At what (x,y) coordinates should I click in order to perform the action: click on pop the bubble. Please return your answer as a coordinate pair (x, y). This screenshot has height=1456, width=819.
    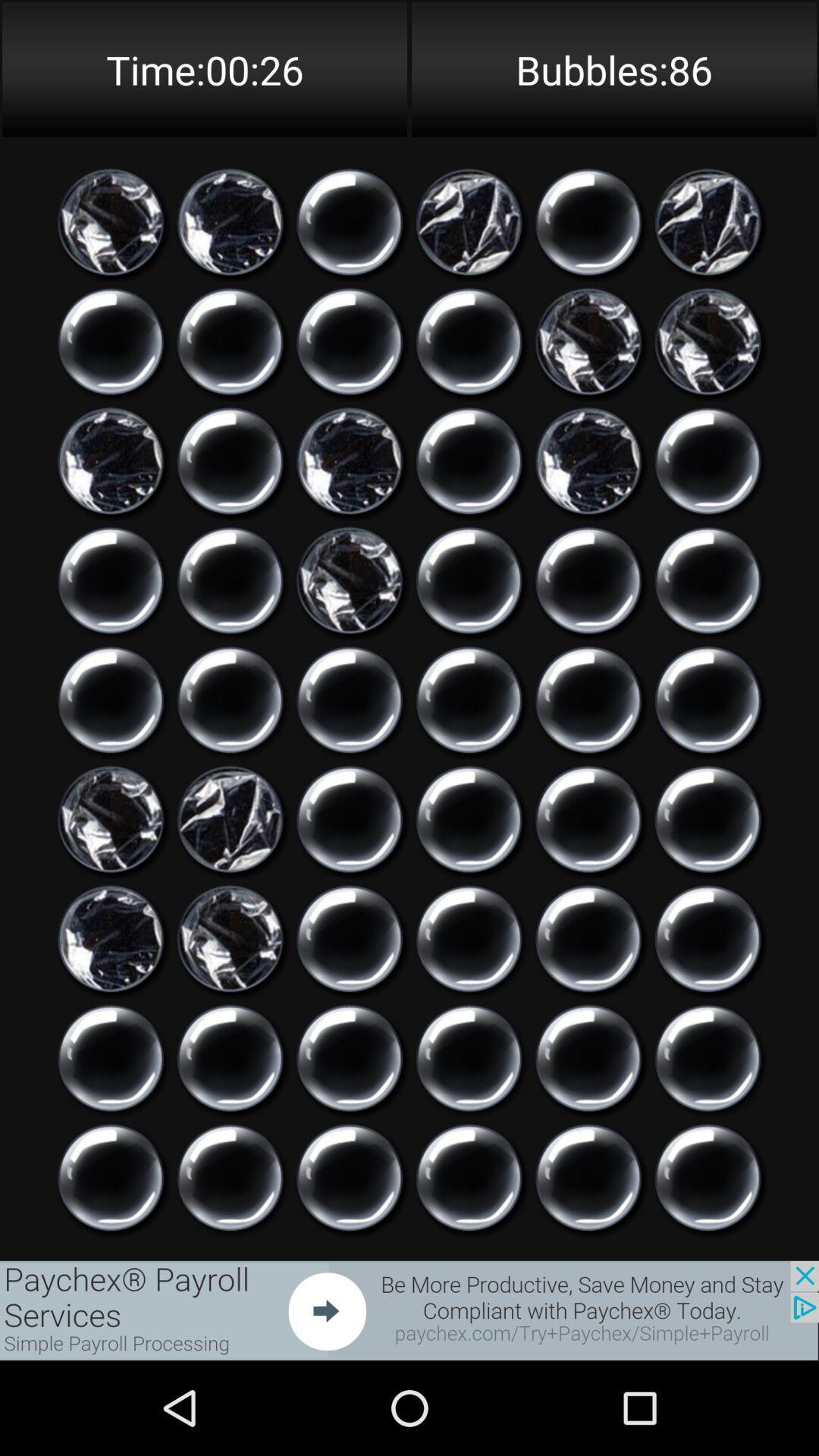
    Looking at the image, I should click on (230, 938).